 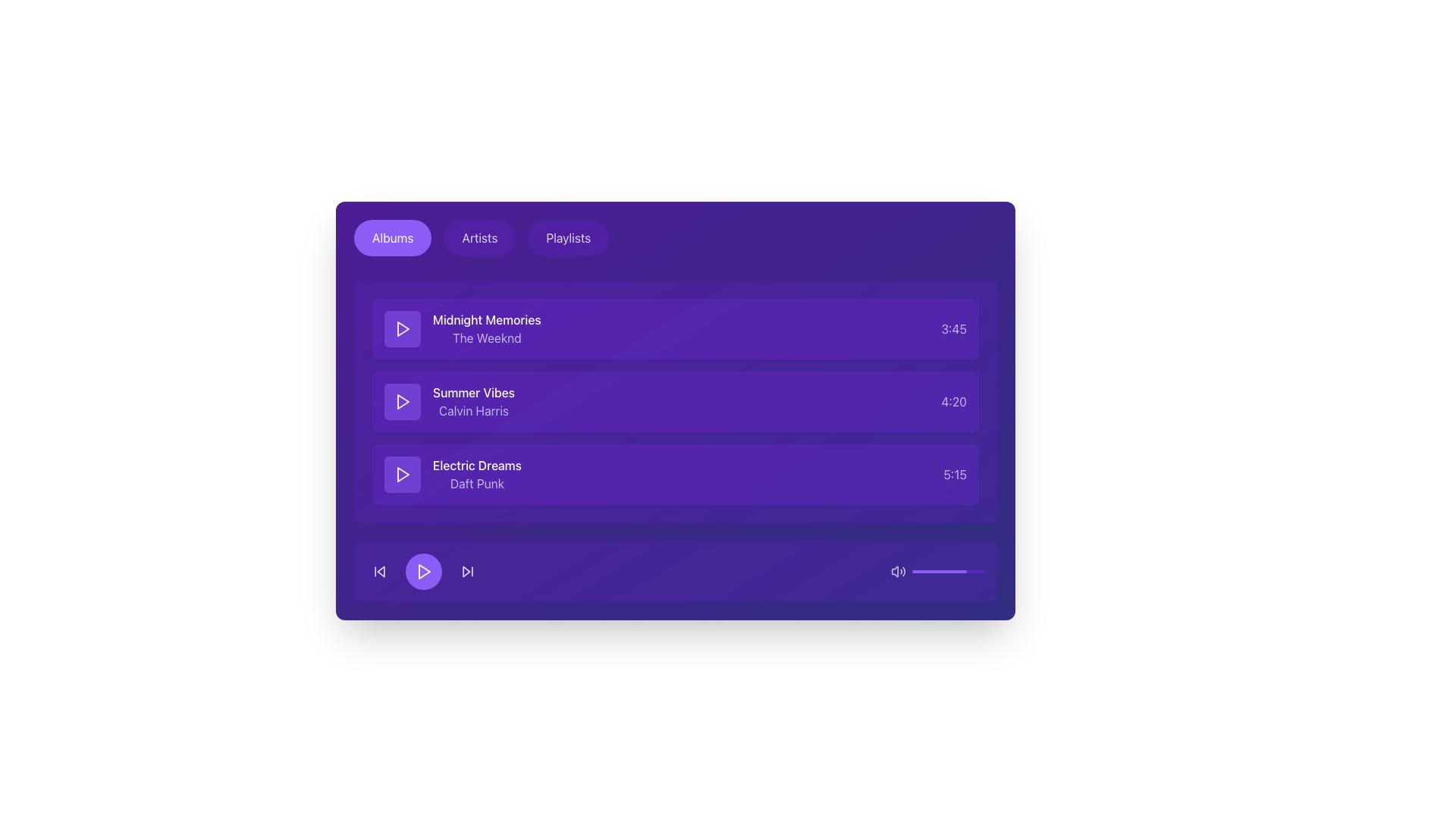 What do you see at coordinates (675, 473) in the screenshot?
I see `the list item for the song 'Electric Dreams' by Daft Punk to trigger the hover effect` at bounding box center [675, 473].